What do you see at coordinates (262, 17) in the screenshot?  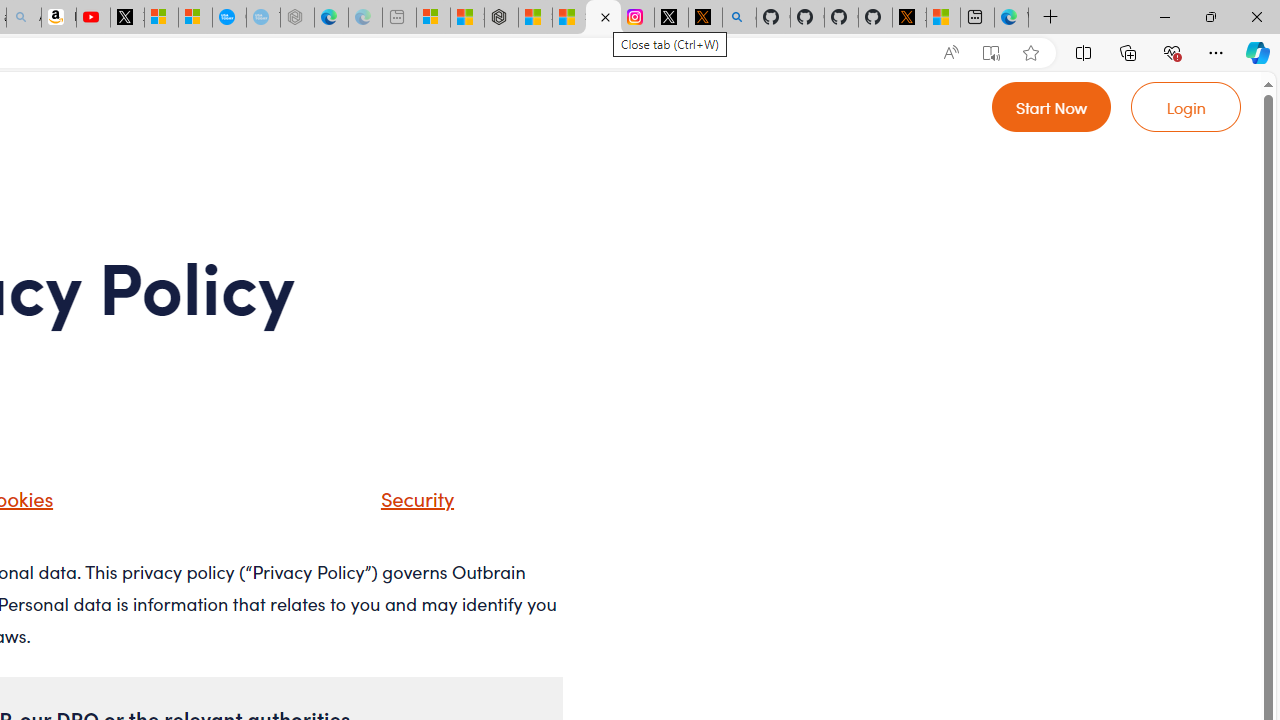 I see `'The most popular Google '` at bounding box center [262, 17].